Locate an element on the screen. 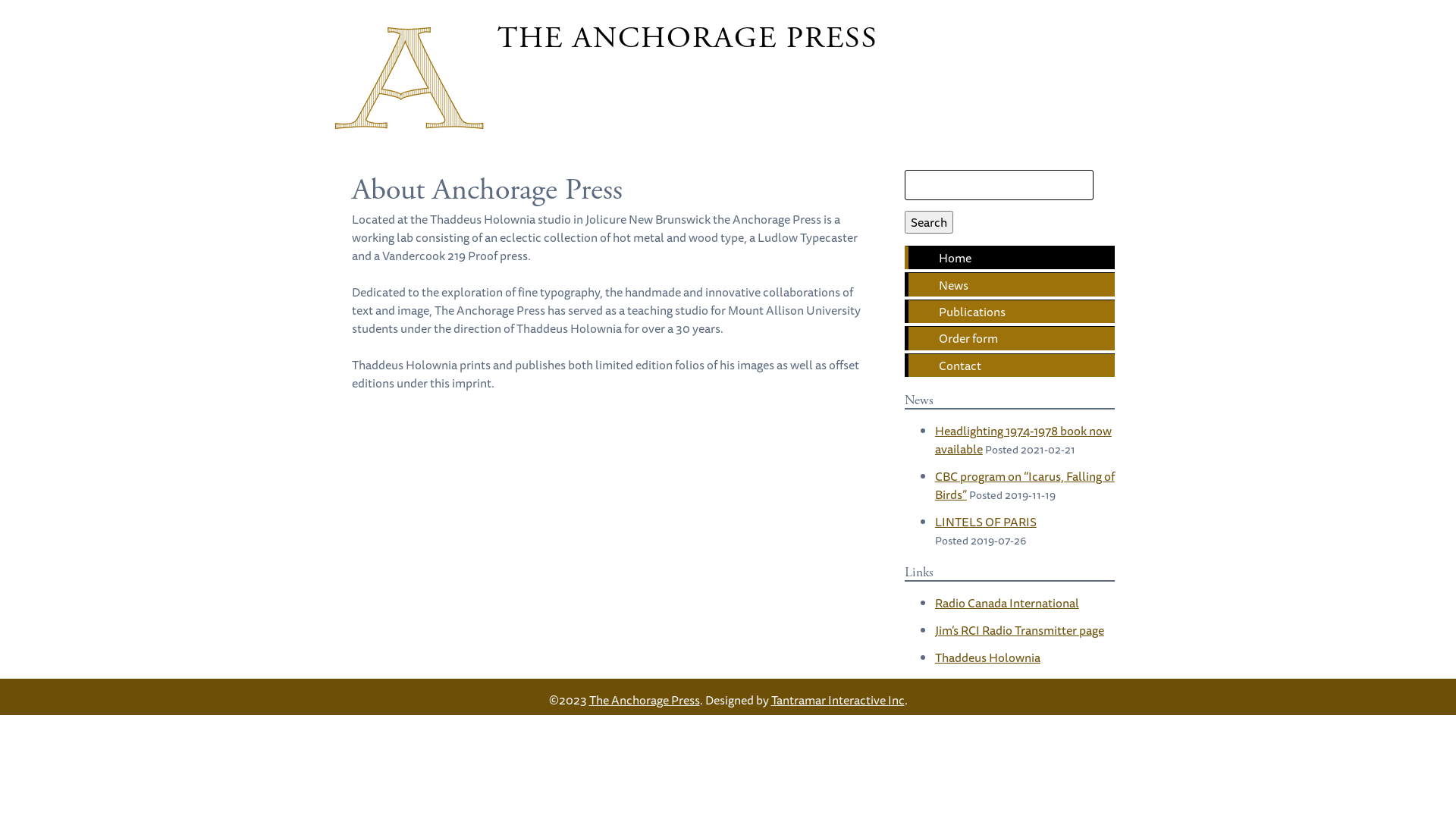 The height and width of the screenshot is (819, 1456). 'Tantramar Interactive Inc' is located at coordinates (836, 699).